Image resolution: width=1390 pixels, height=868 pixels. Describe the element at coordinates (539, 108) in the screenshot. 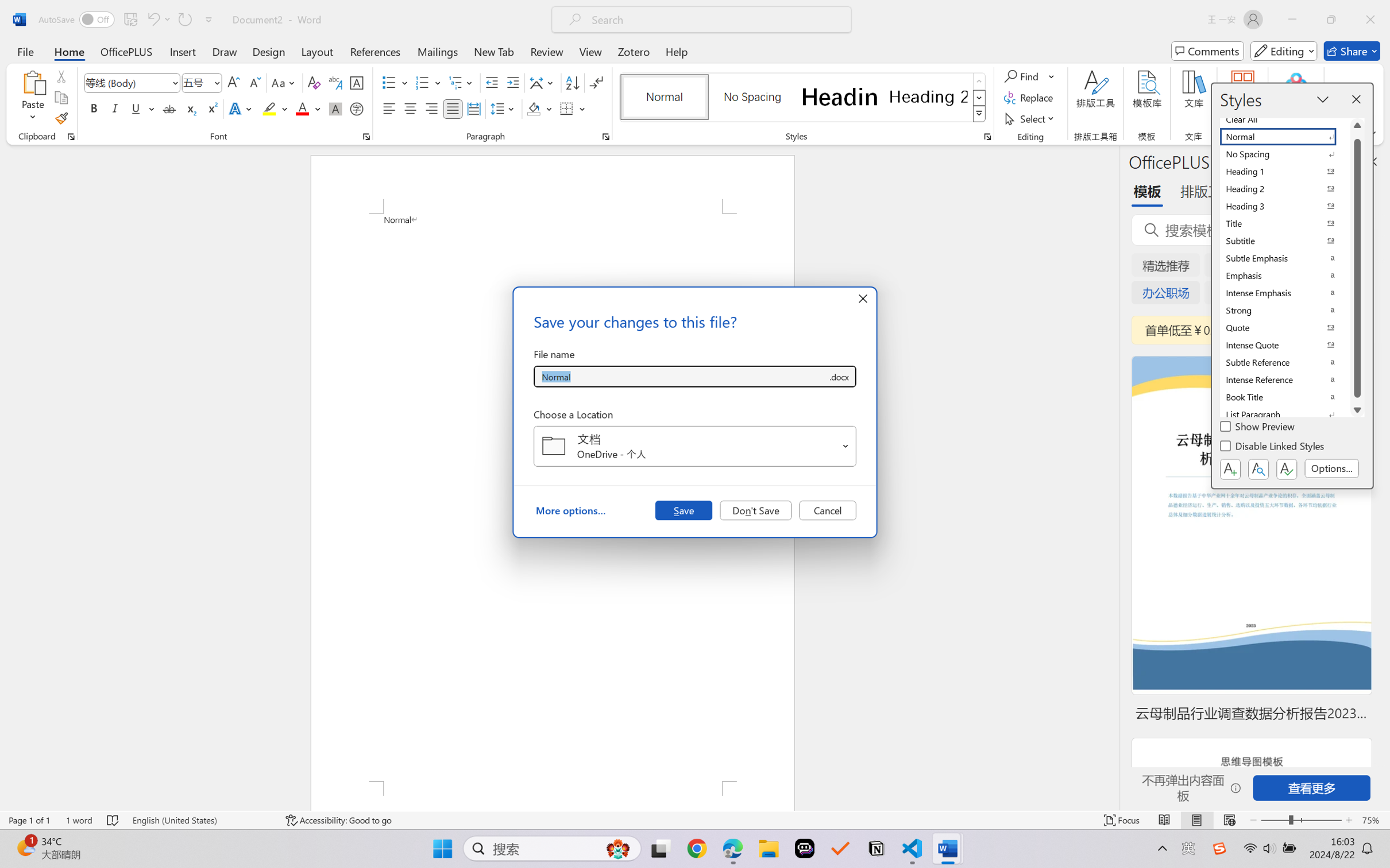

I see `'Shading'` at that location.